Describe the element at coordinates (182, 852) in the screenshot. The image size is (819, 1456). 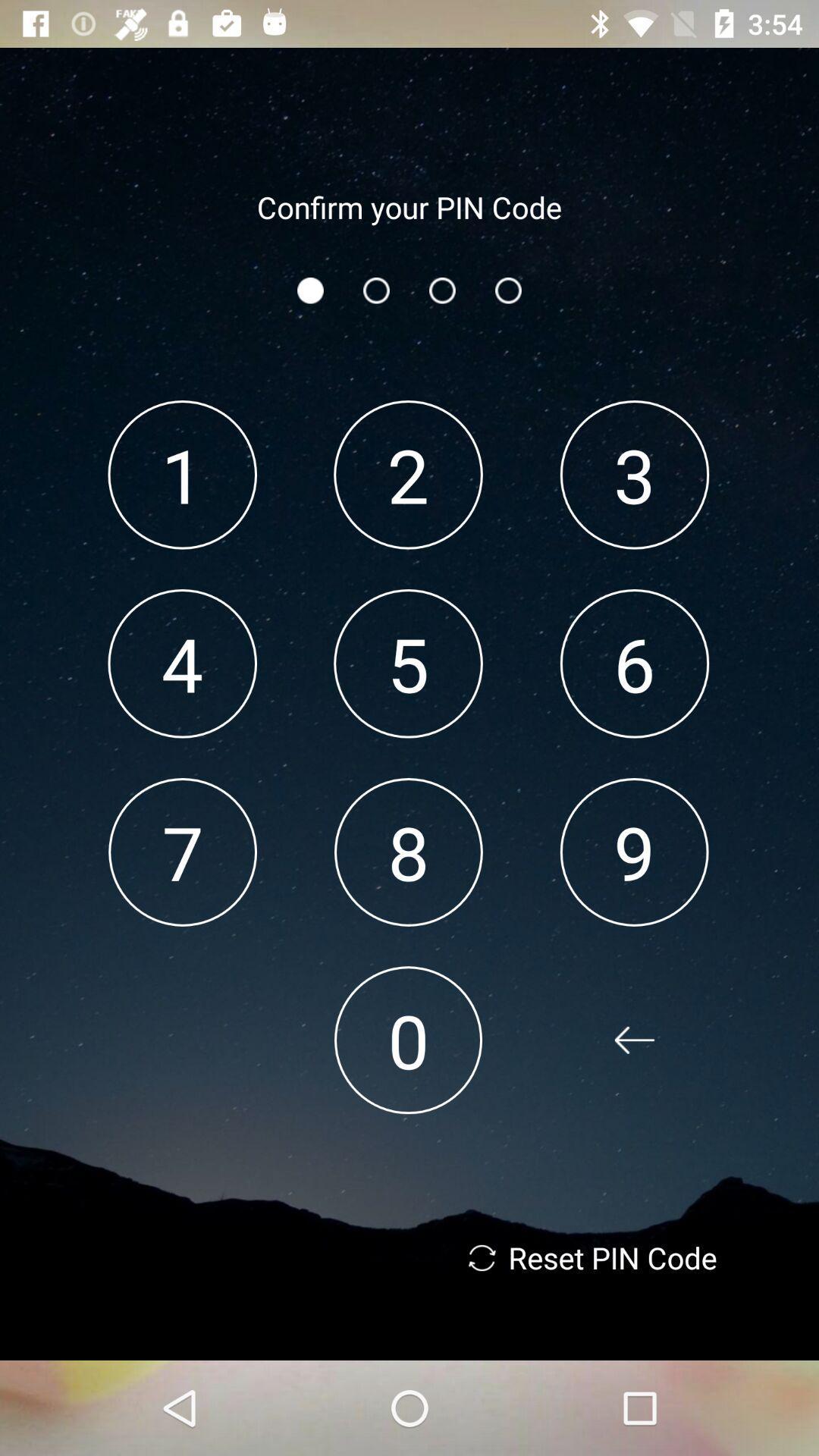
I see `7 icon` at that location.